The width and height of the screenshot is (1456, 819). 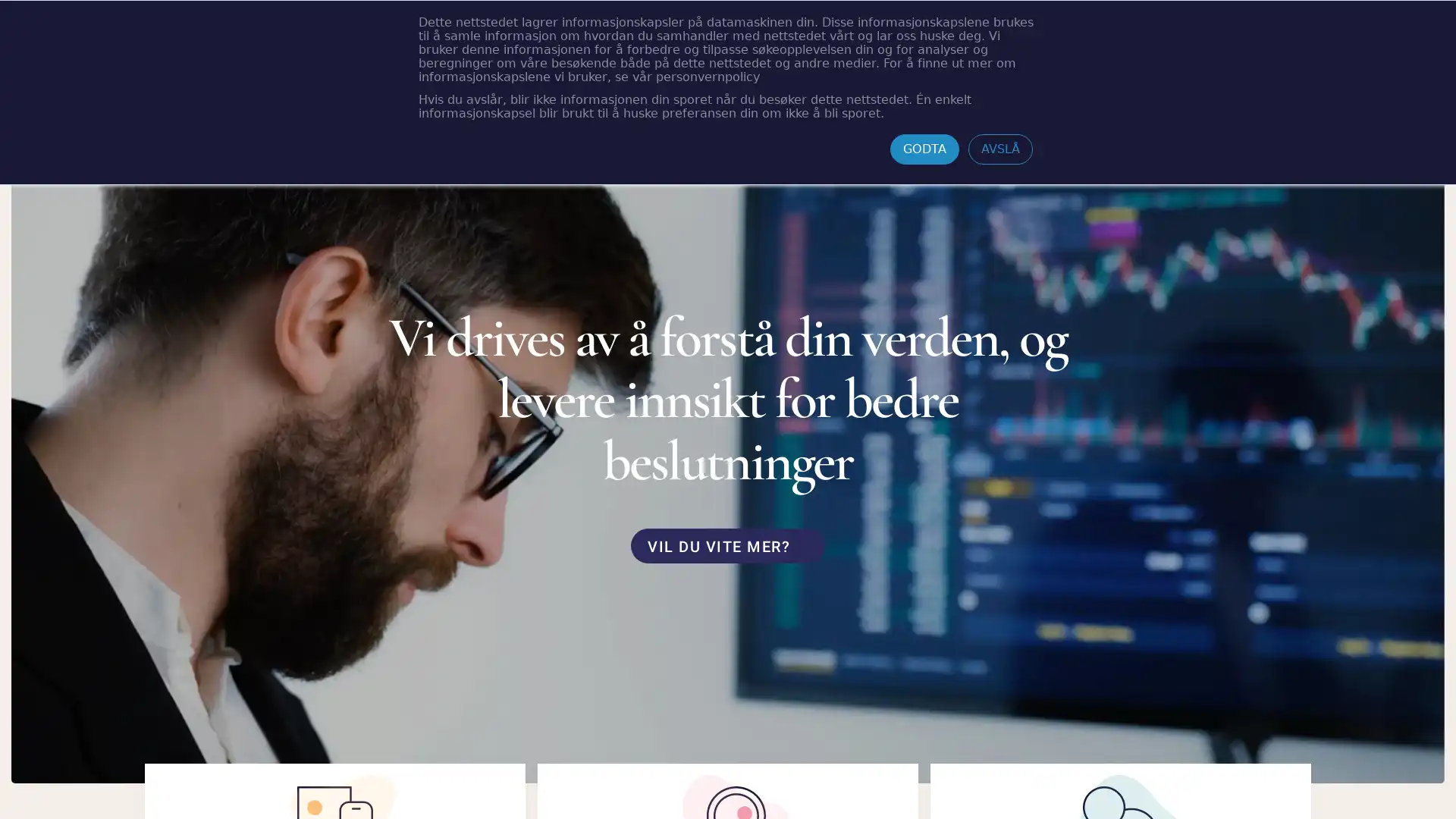 I want to click on AVSLA, so click(x=1000, y=149).